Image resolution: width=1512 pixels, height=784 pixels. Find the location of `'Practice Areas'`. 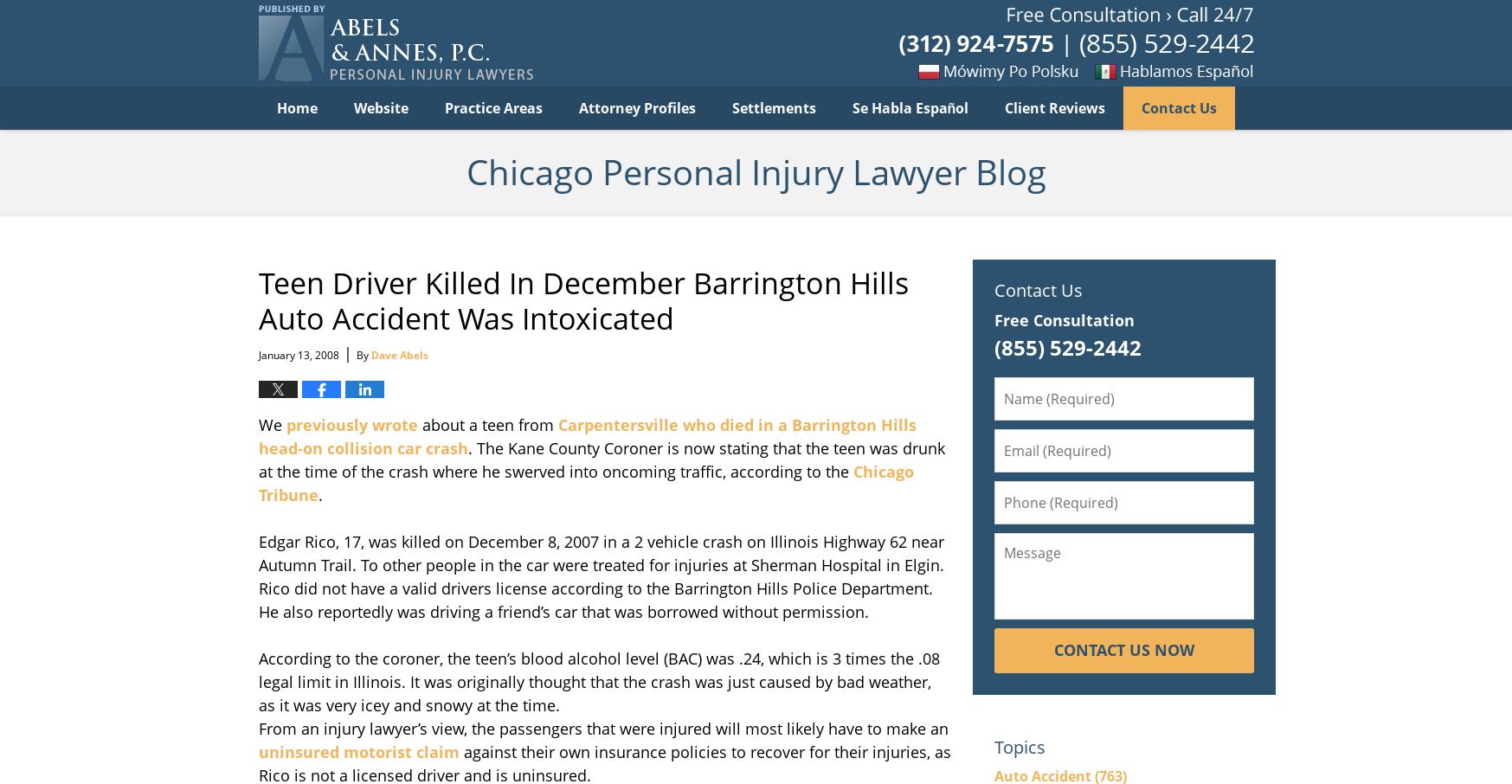

'Practice Areas' is located at coordinates (492, 107).